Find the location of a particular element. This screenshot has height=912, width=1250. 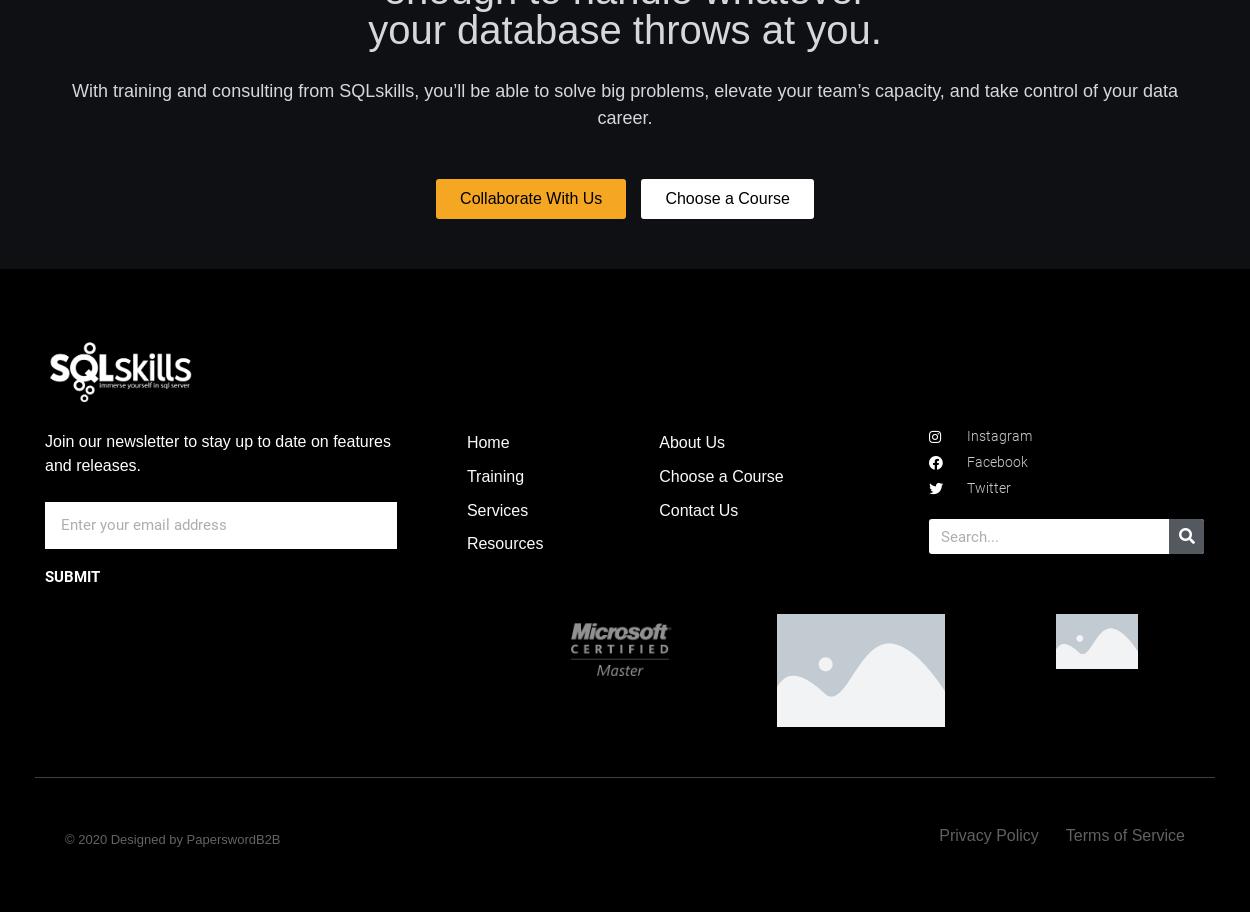

'Join our newsletter to stay up to date on features and releases.' is located at coordinates (216, 452).